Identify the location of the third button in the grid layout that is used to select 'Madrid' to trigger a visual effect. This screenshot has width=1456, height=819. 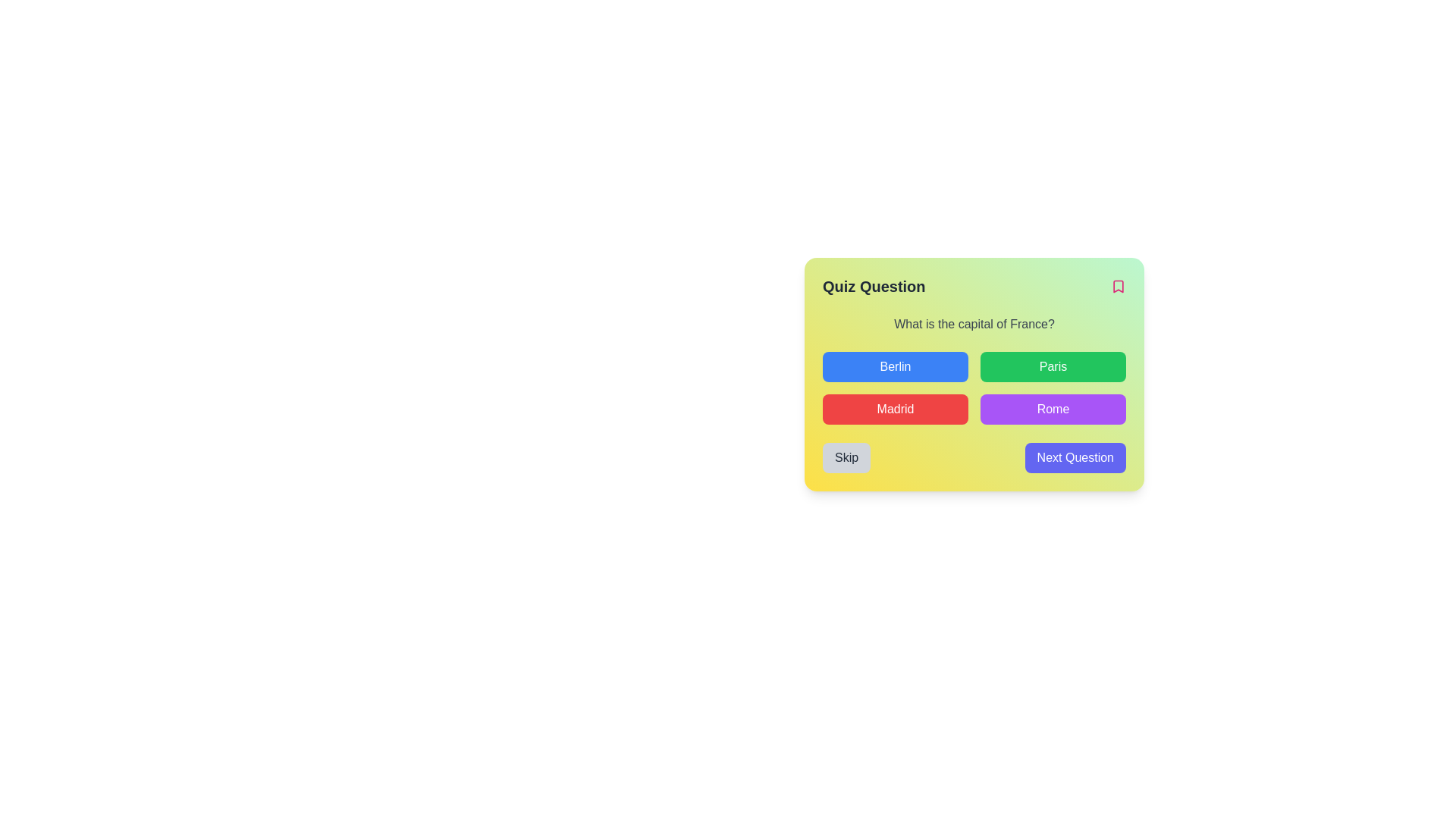
(895, 409).